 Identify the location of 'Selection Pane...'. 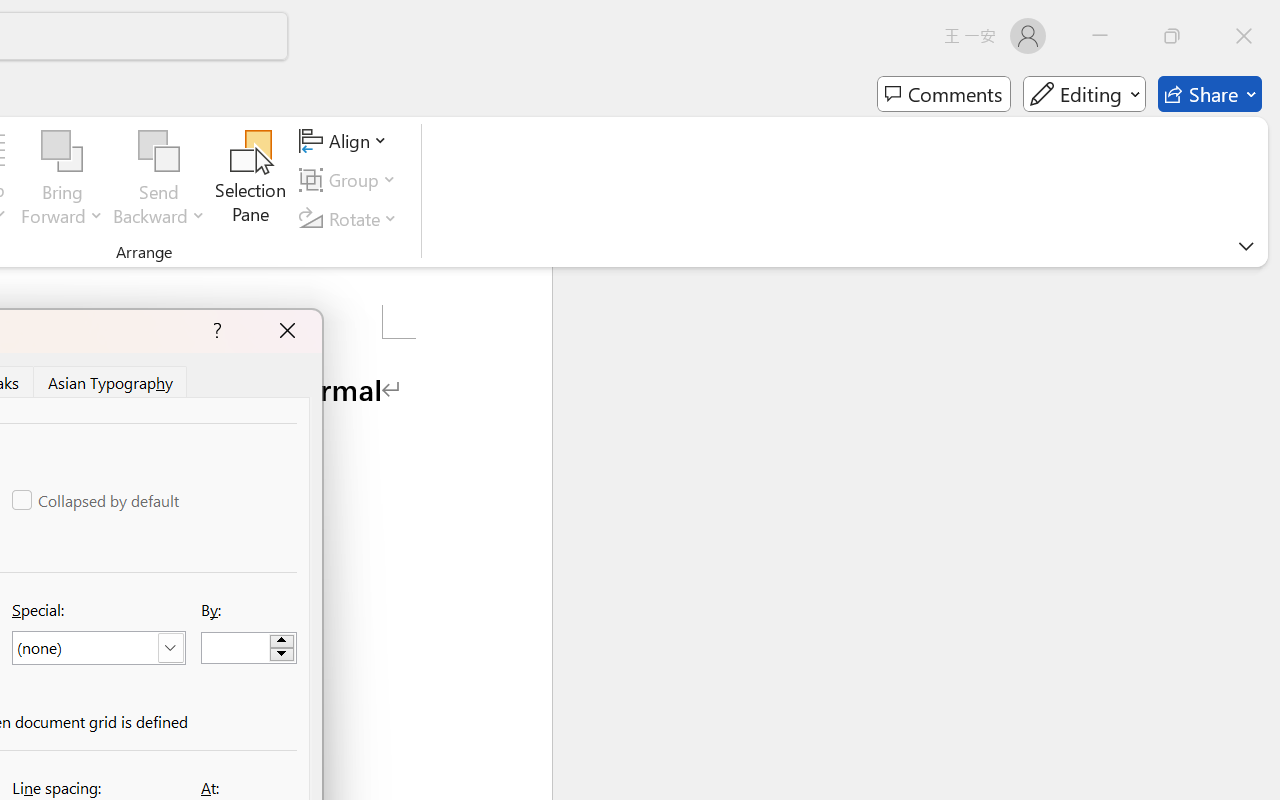
(250, 179).